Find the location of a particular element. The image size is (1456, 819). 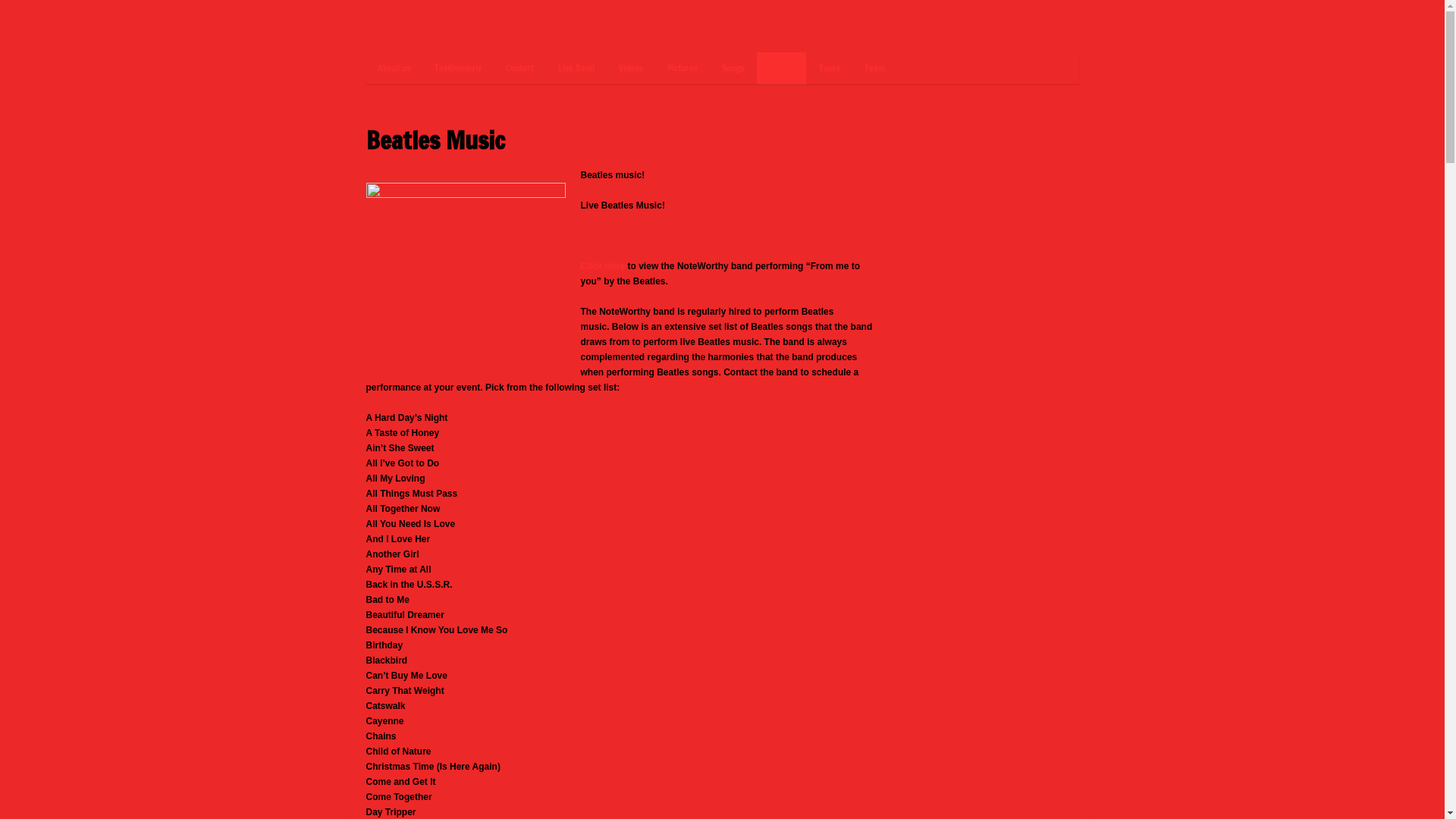

'Pictures' is located at coordinates (680, 67).